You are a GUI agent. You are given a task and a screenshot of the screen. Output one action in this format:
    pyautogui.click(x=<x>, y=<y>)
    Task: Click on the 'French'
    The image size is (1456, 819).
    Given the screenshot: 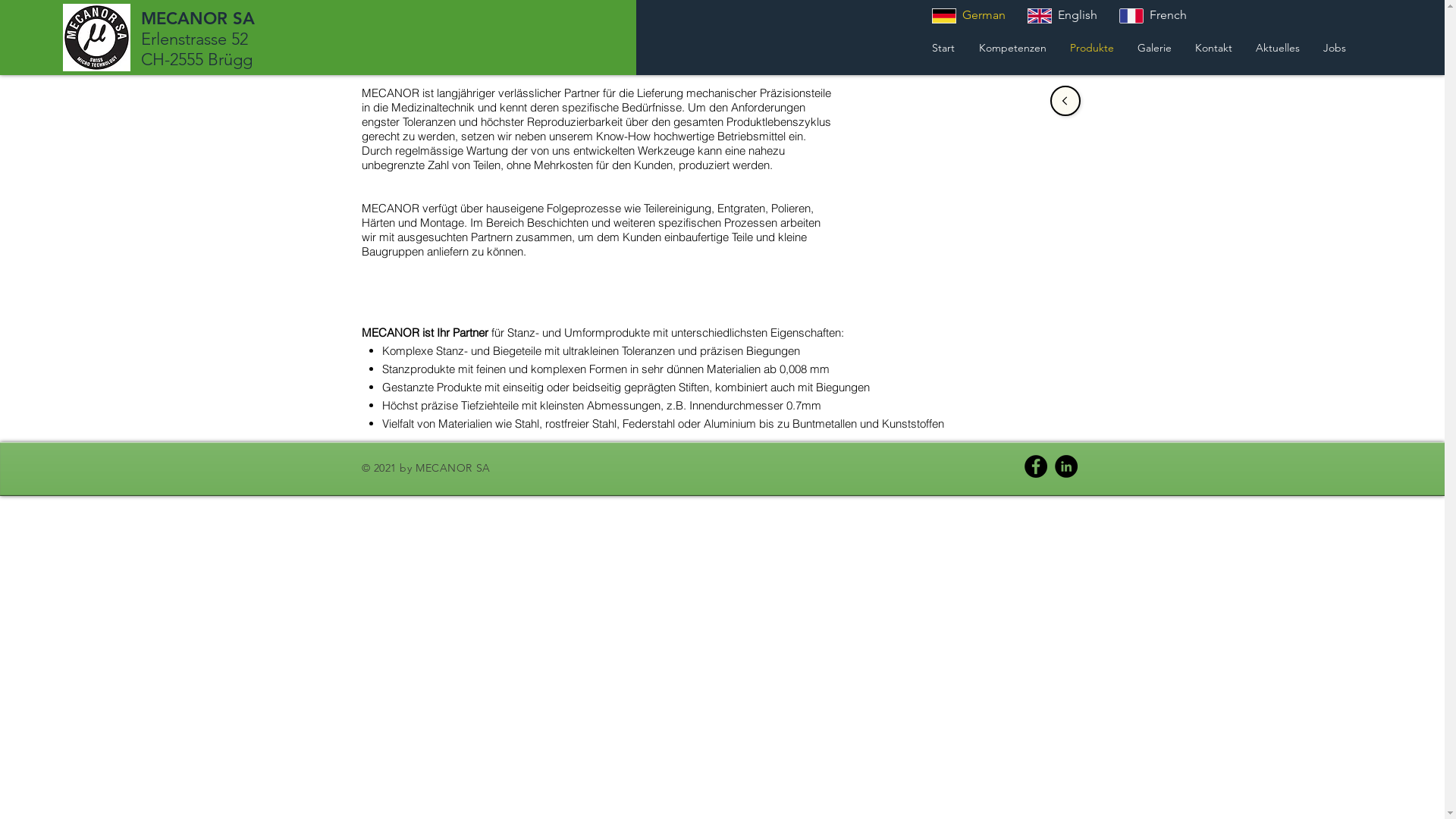 What is the action you would take?
    pyautogui.click(x=1107, y=15)
    